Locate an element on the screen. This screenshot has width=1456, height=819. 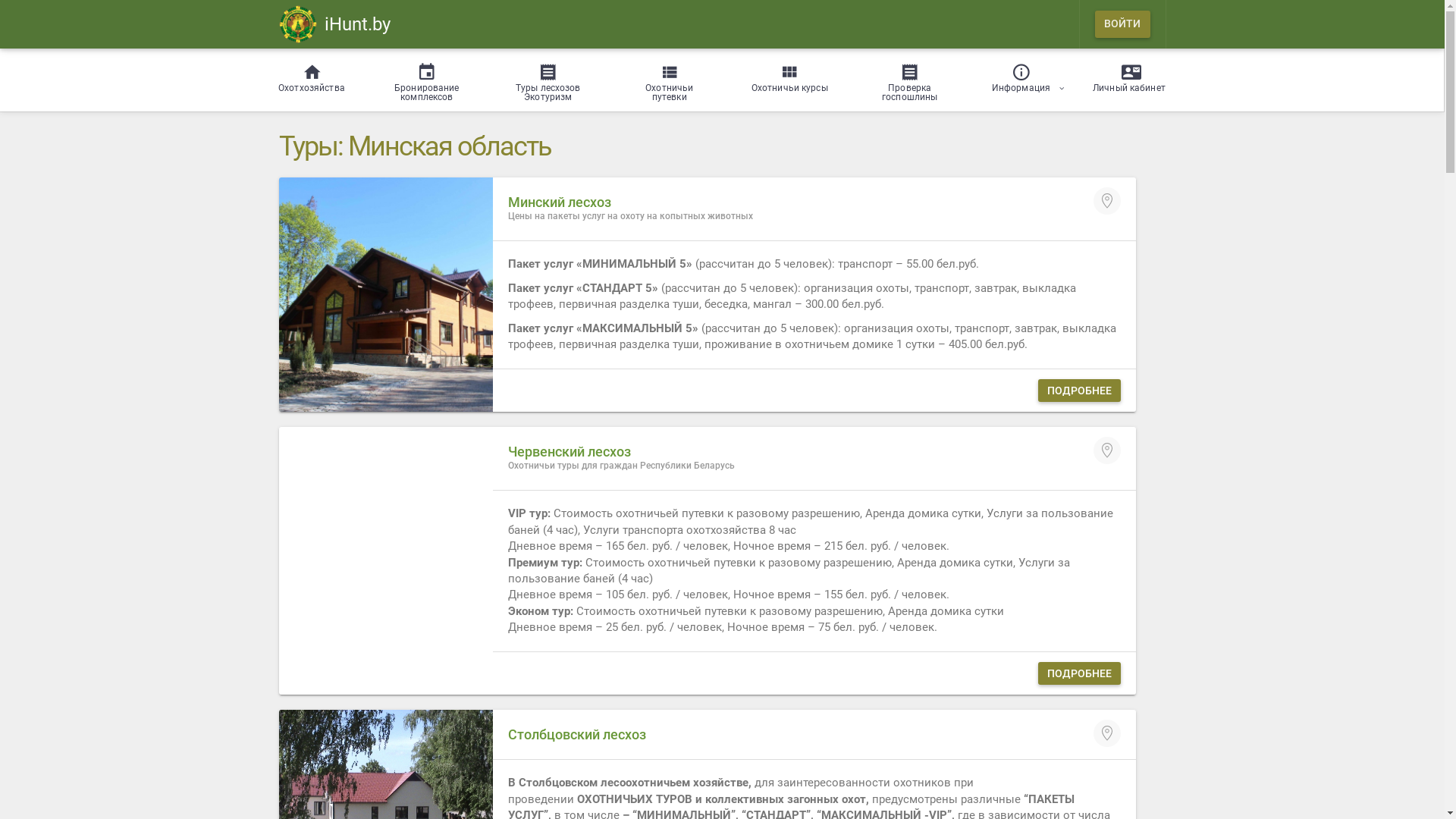
'iHunt.by' is located at coordinates (334, 24).